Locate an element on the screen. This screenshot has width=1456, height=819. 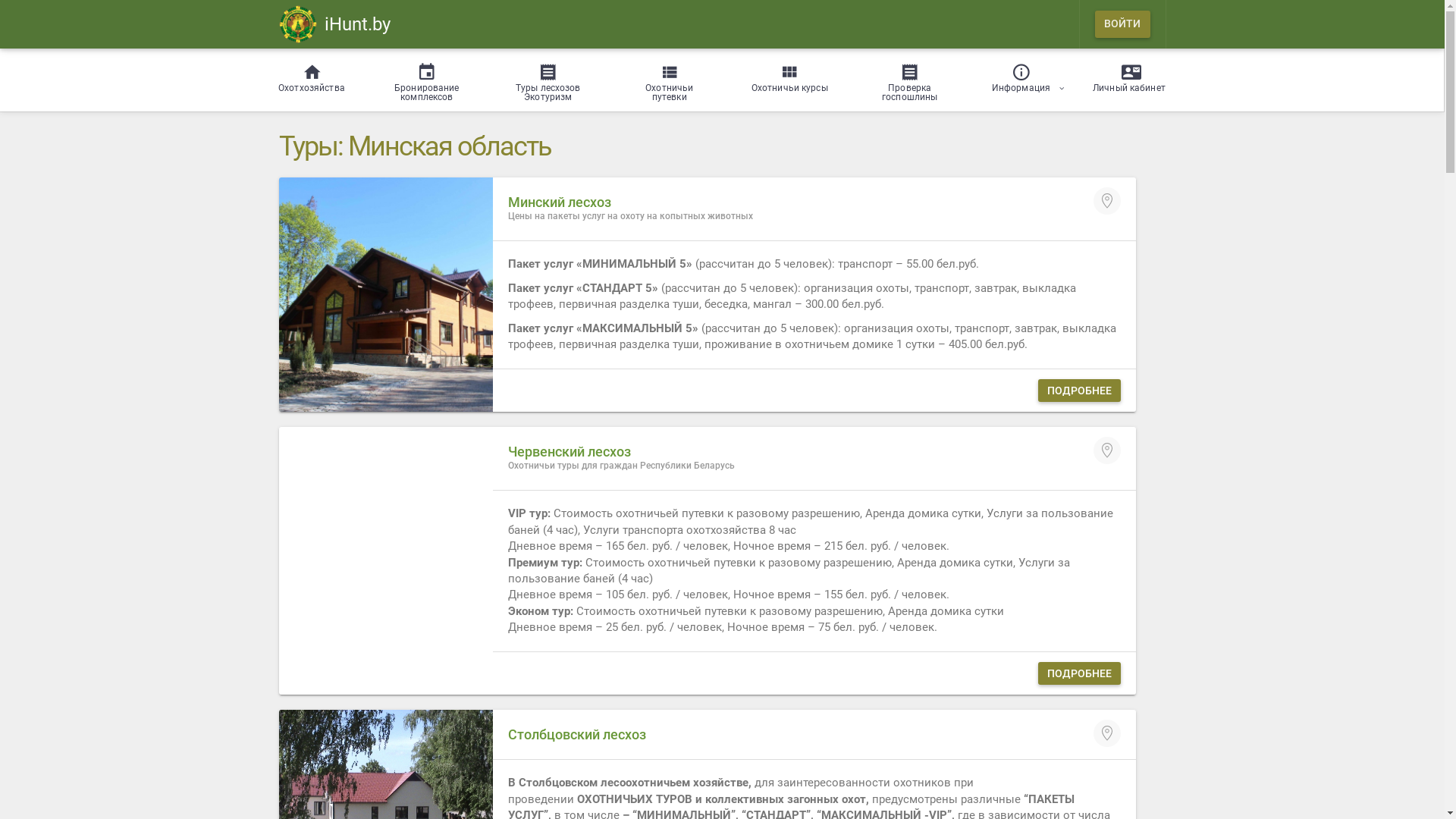
'iHunt.by' is located at coordinates (334, 24).